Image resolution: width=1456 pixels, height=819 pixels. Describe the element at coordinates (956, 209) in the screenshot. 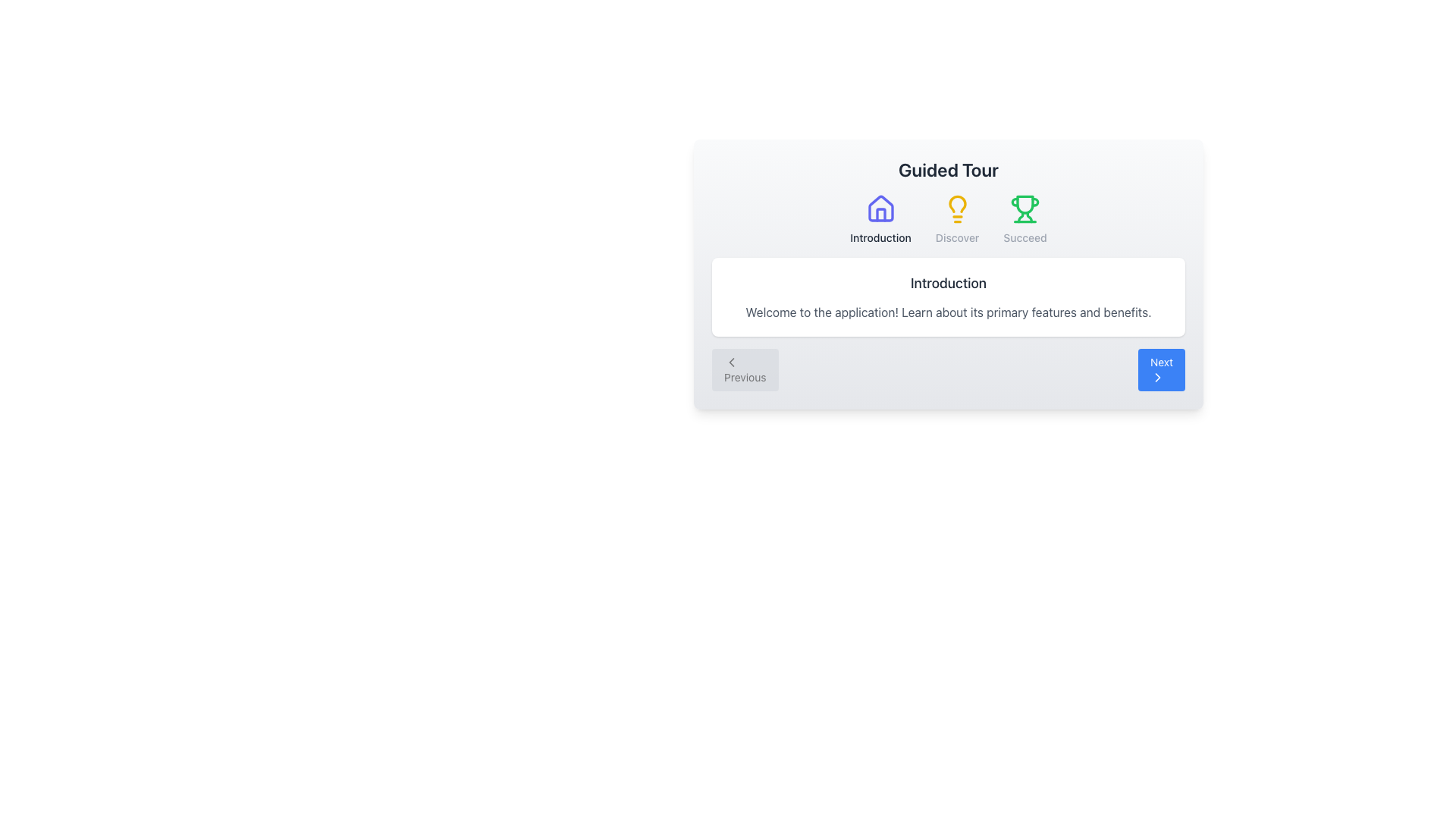

I see `the yellow lightbulb-shaped icon located above the 'Discover' label in the guided tour interface` at that location.